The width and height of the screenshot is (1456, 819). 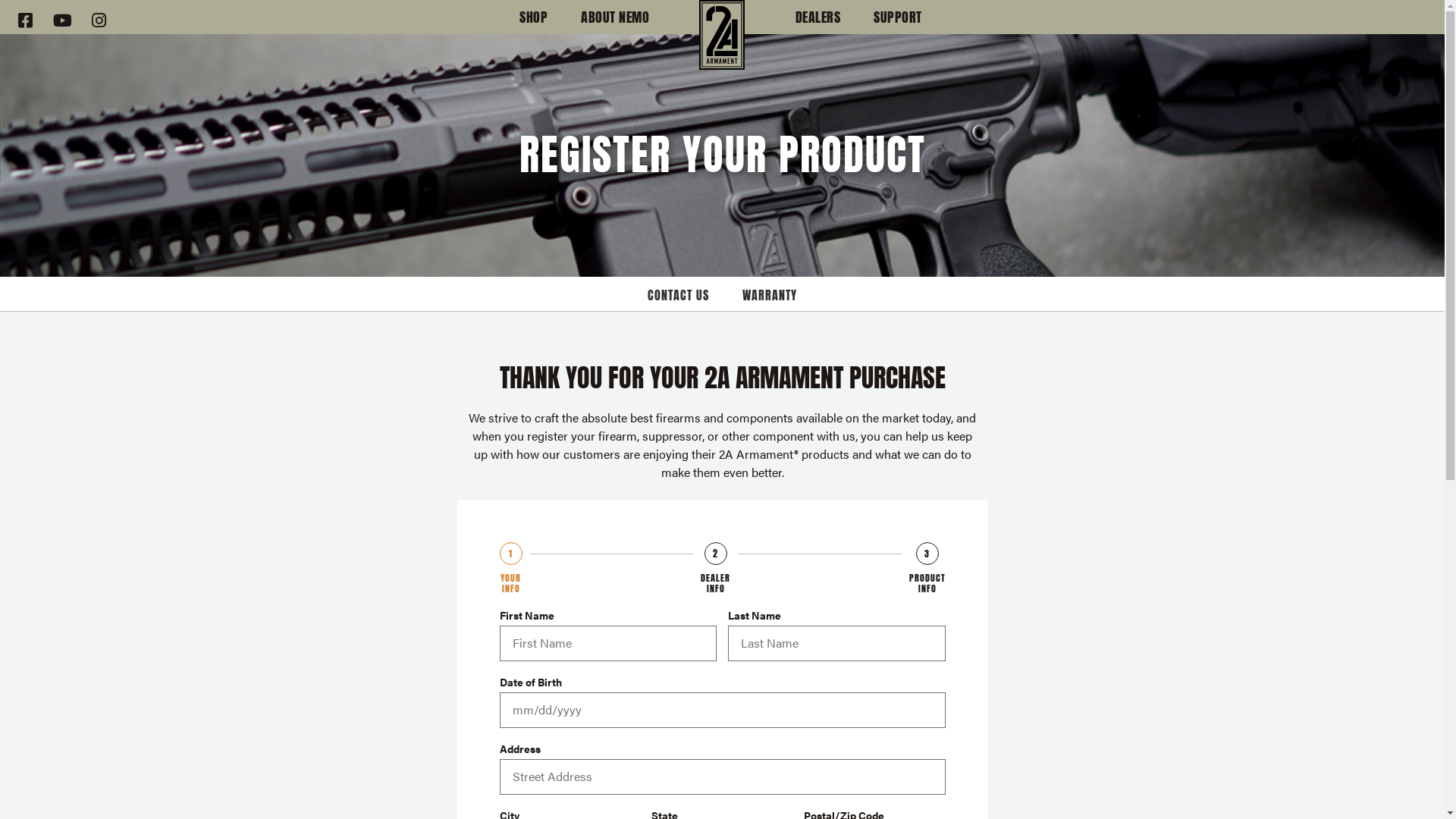 I want to click on 'ABOUT NEMO', so click(x=615, y=17).